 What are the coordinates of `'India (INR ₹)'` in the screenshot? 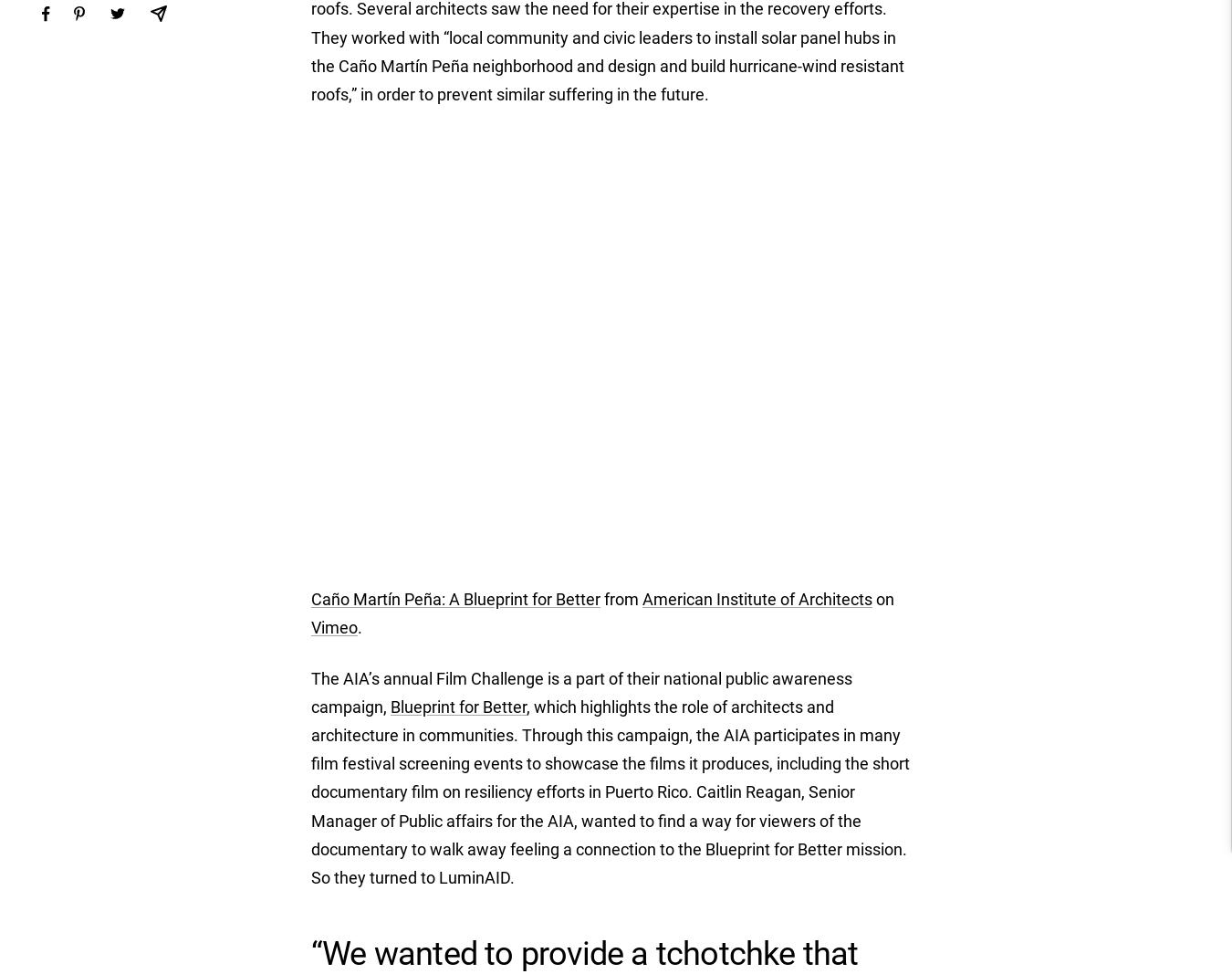 It's located at (877, 79).